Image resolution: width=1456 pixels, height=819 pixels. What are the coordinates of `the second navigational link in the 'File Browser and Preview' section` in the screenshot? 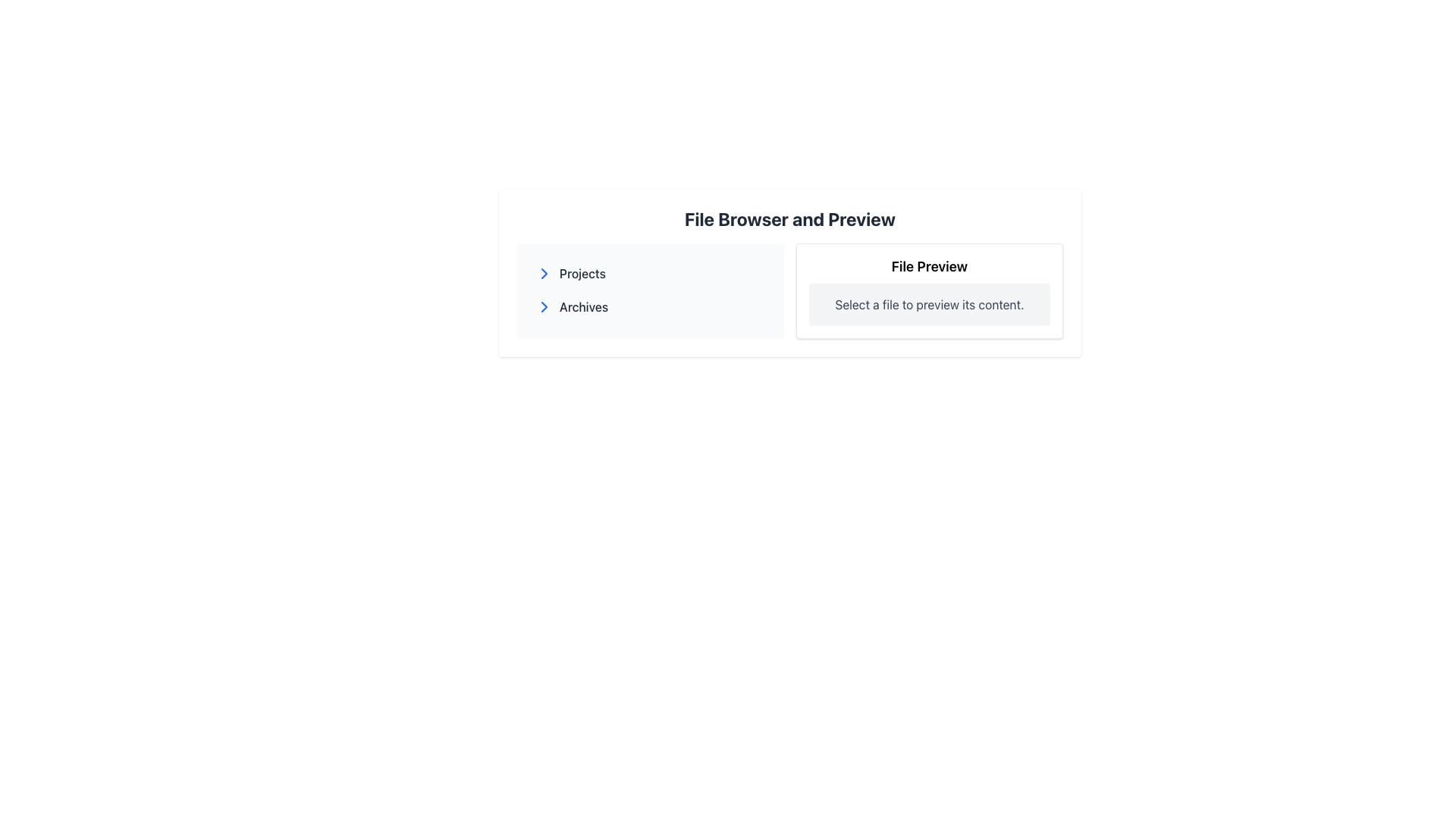 It's located at (651, 307).